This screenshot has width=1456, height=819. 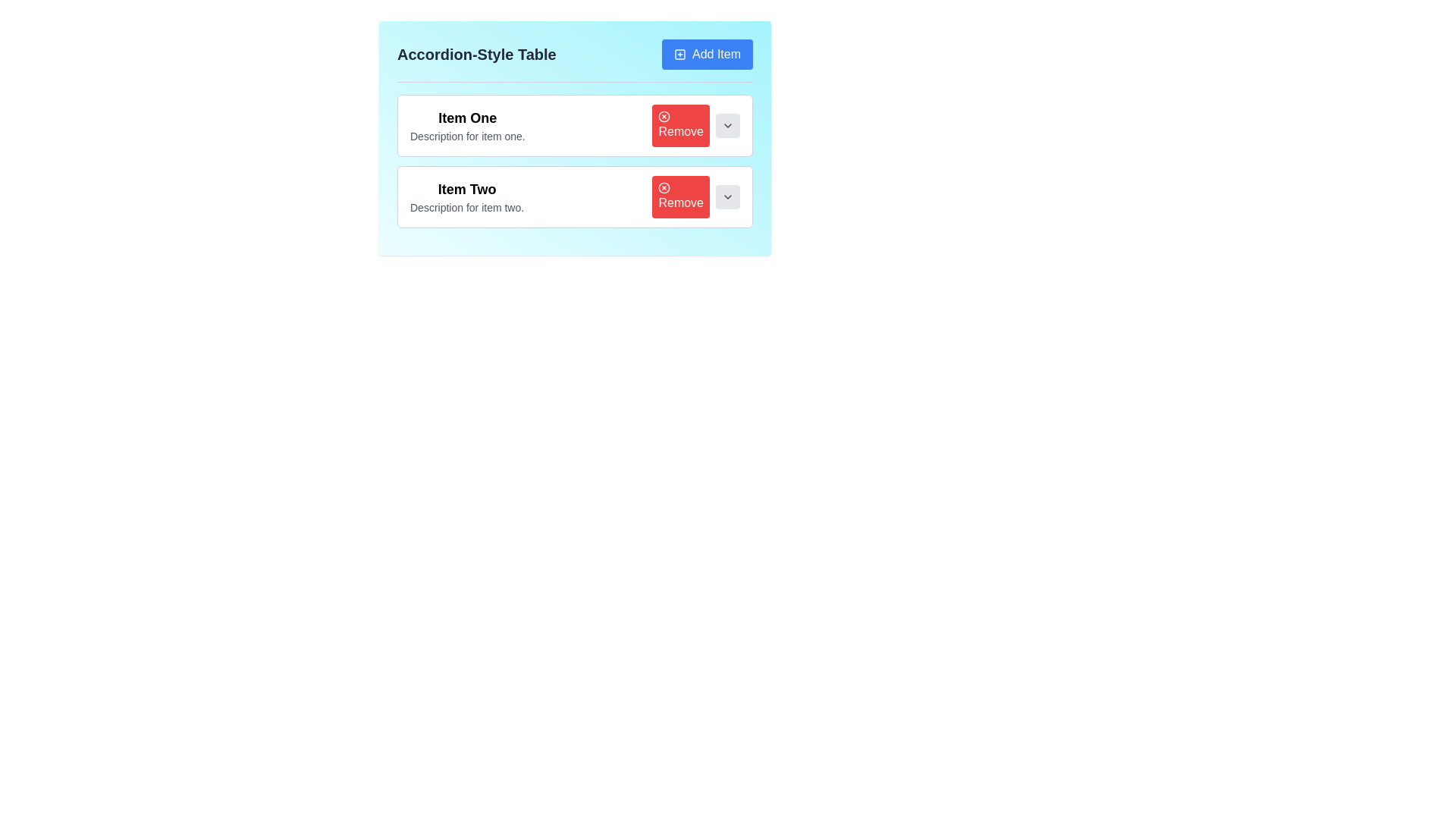 I want to click on the red 'Remove' button icon located in the first row of the table under 'Item One', which is positioned on the right side of the row next to the dropdown button, so click(x=664, y=116).